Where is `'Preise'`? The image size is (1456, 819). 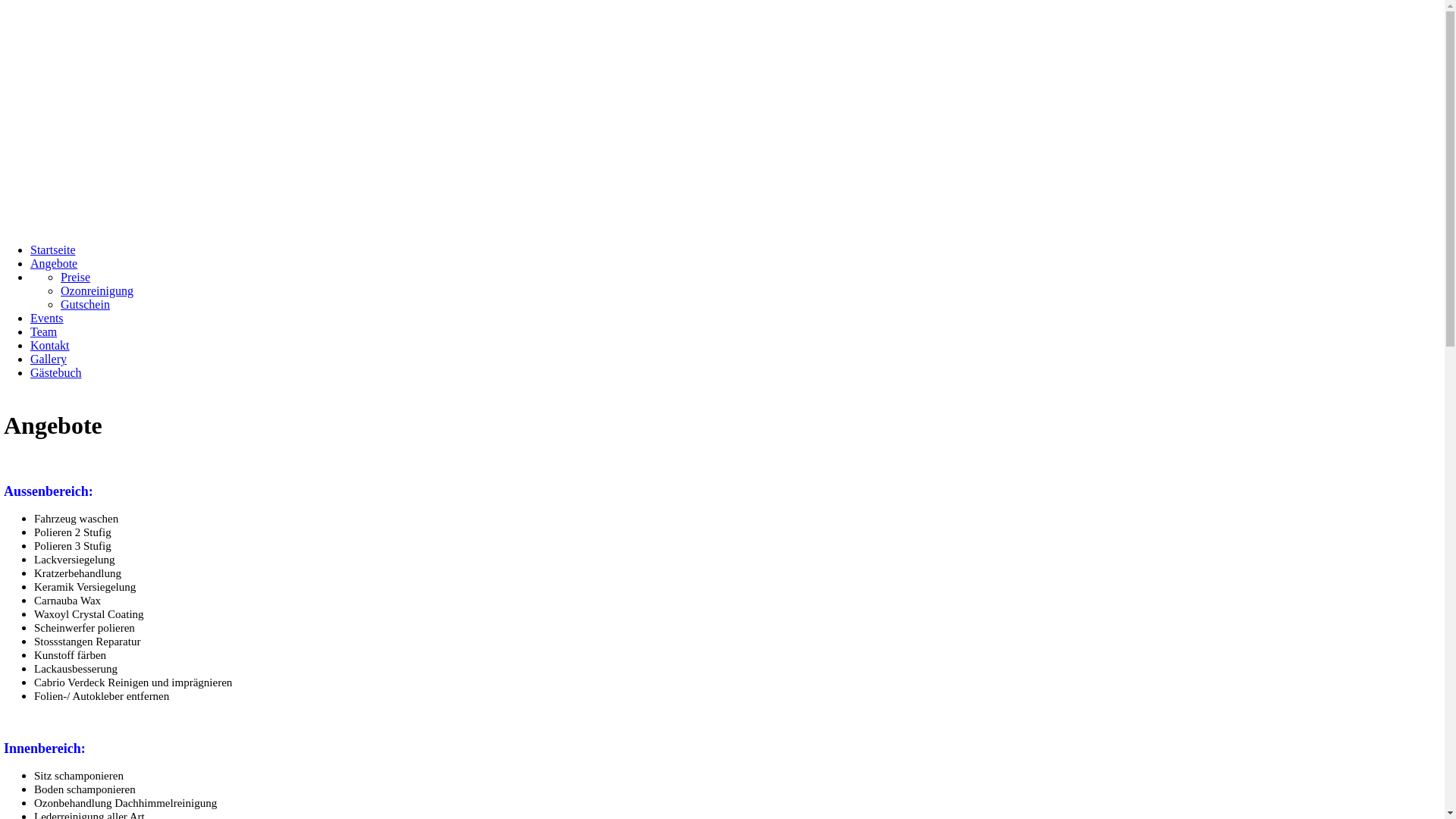 'Preise' is located at coordinates (74, 277).